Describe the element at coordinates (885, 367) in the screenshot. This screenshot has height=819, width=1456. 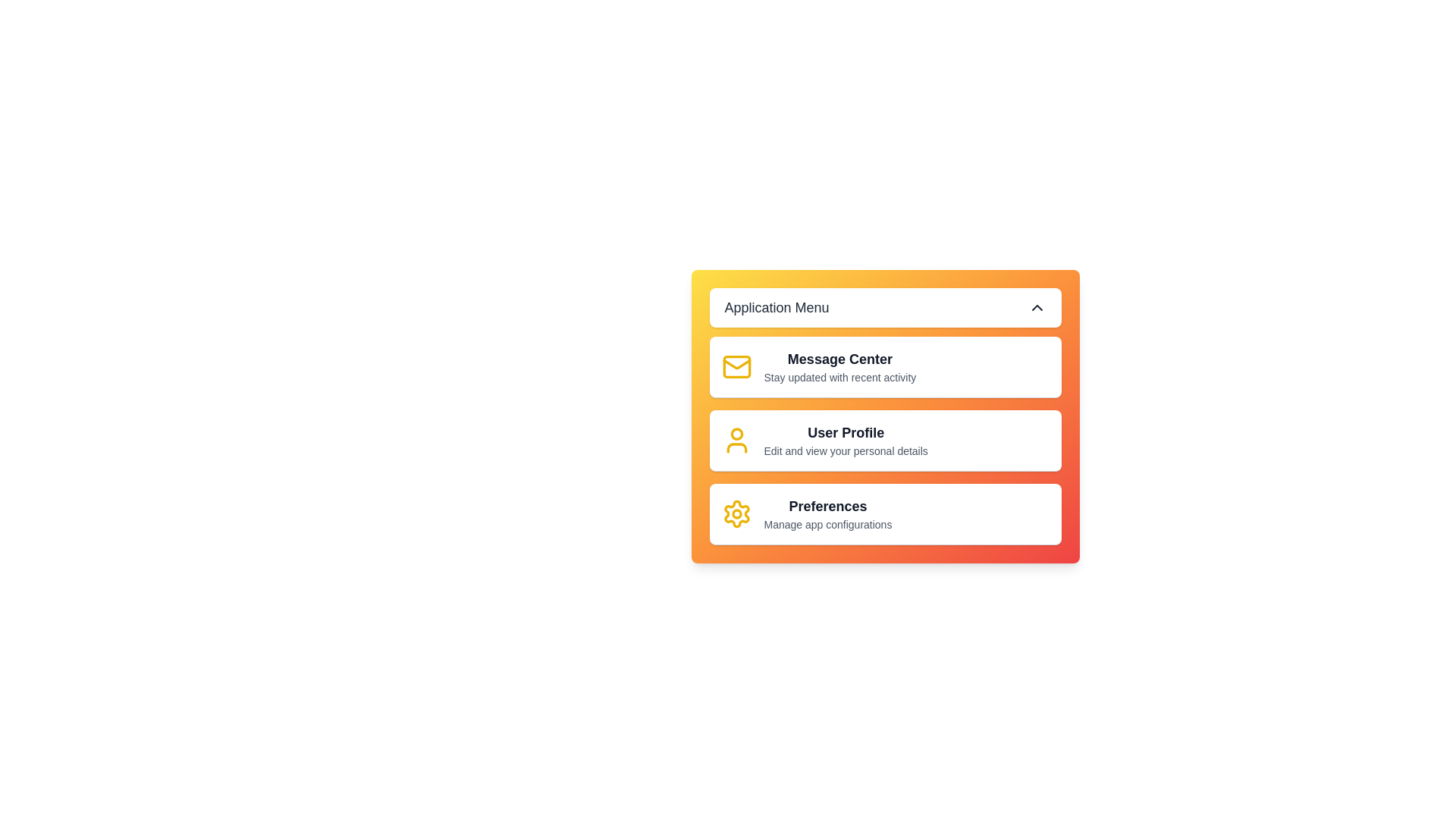
I see `the menu item Message Center to interact with its functionality` at that location.